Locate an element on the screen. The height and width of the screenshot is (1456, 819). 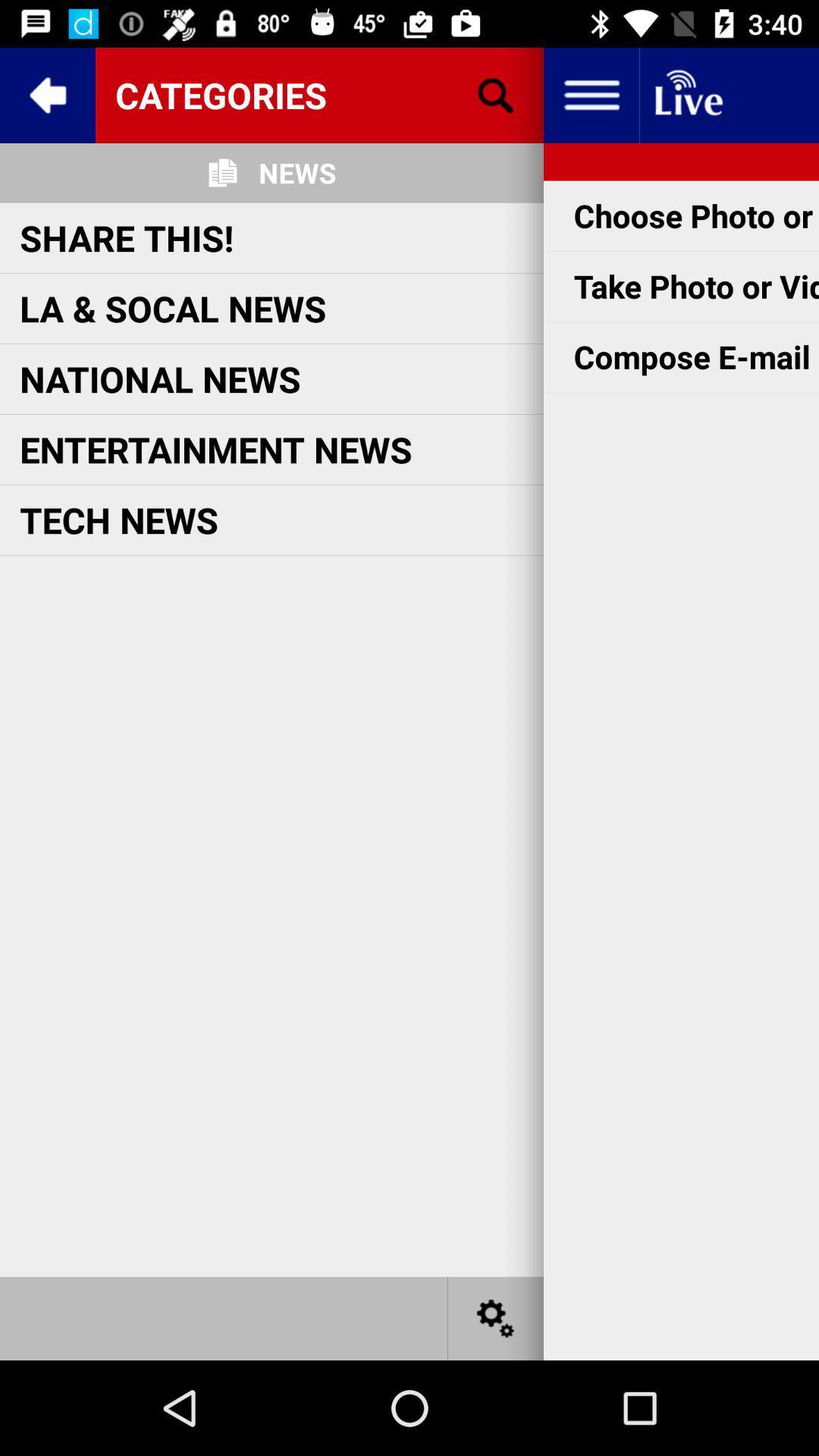
search another categories is located at coordinates (496, 94).